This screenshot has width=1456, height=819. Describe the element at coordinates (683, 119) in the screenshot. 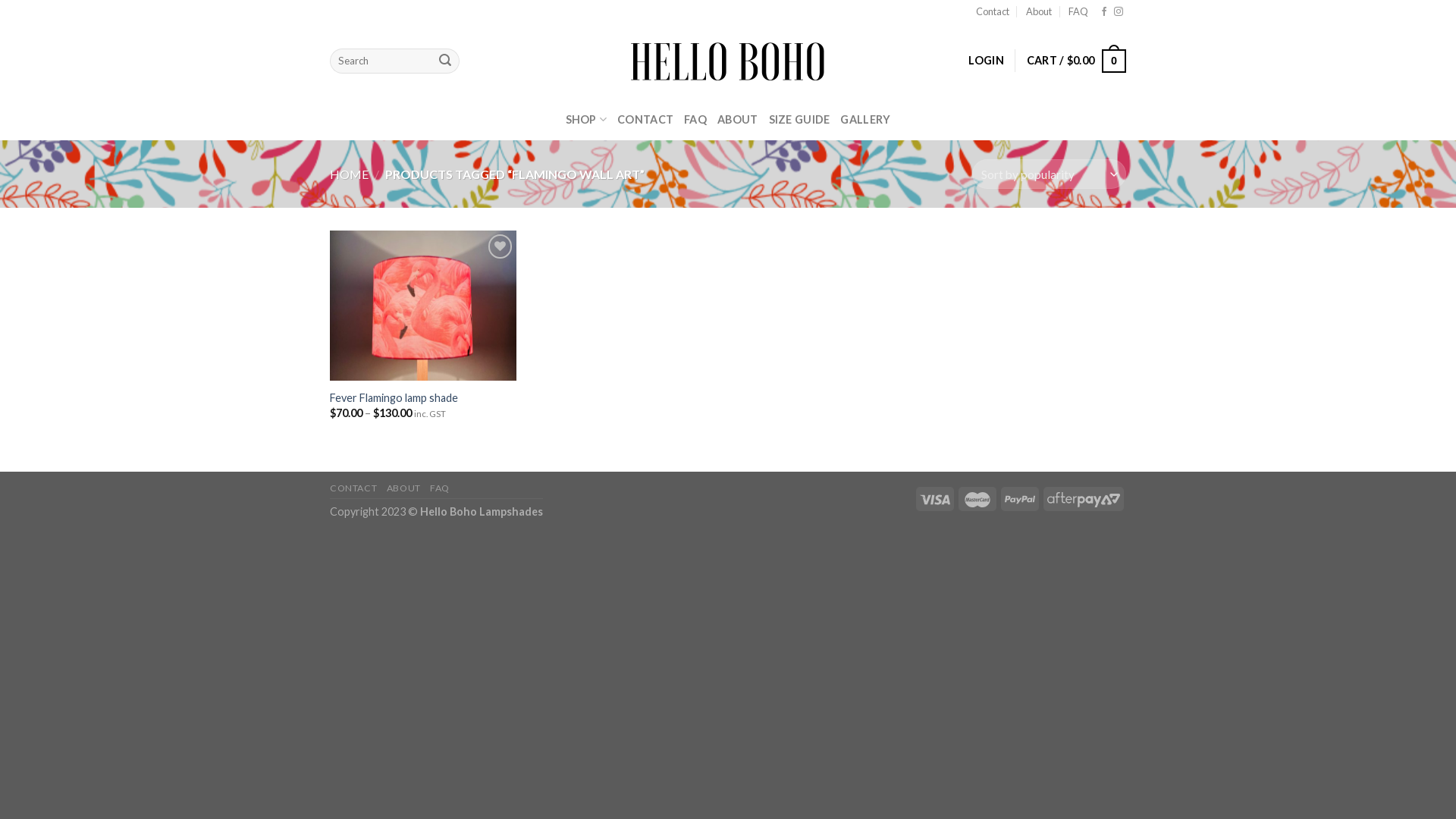

I see `'FAQ'` at that location.